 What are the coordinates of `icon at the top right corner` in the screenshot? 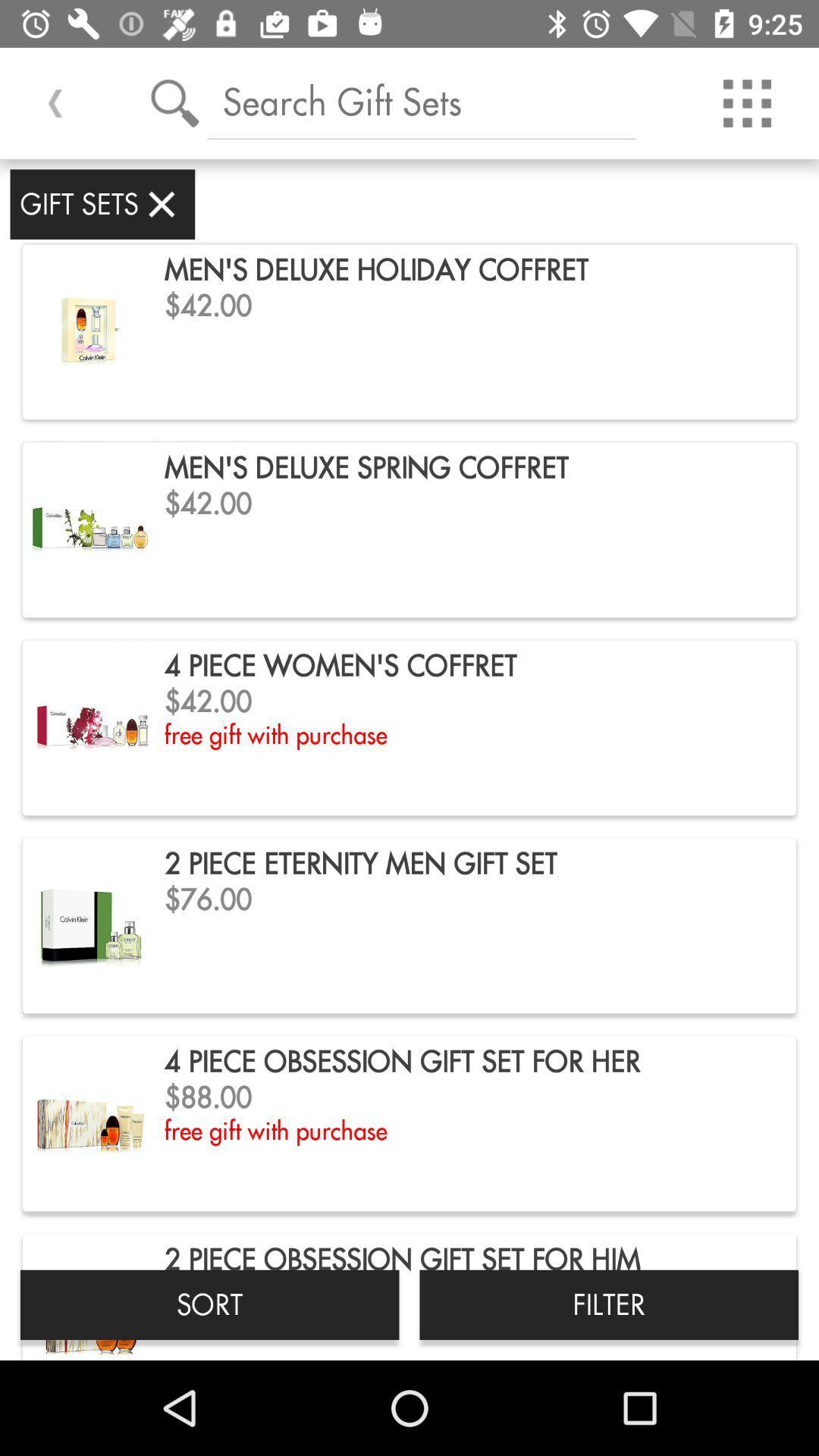 It's located at (746, 102).